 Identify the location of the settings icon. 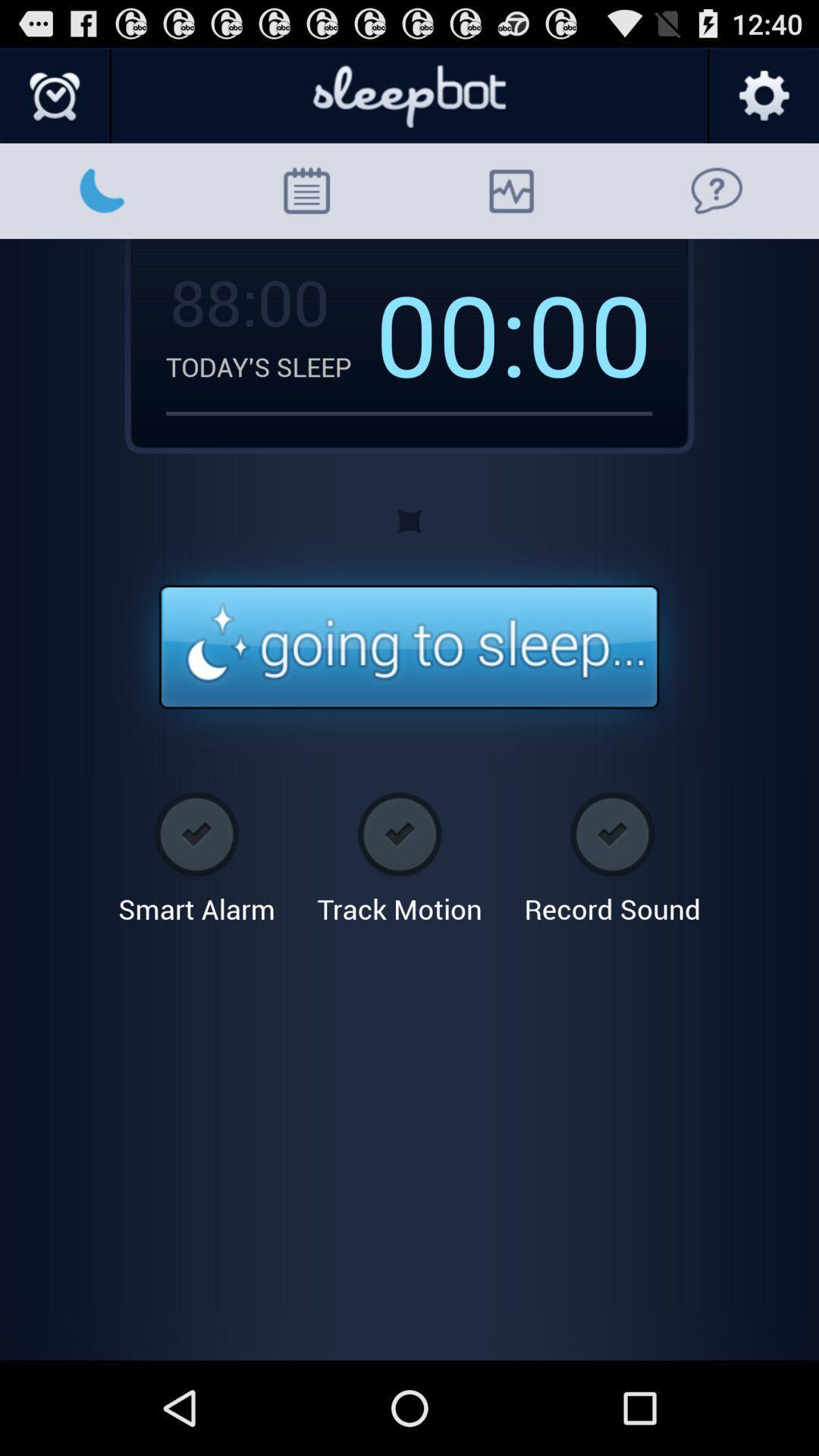
(763, 102).